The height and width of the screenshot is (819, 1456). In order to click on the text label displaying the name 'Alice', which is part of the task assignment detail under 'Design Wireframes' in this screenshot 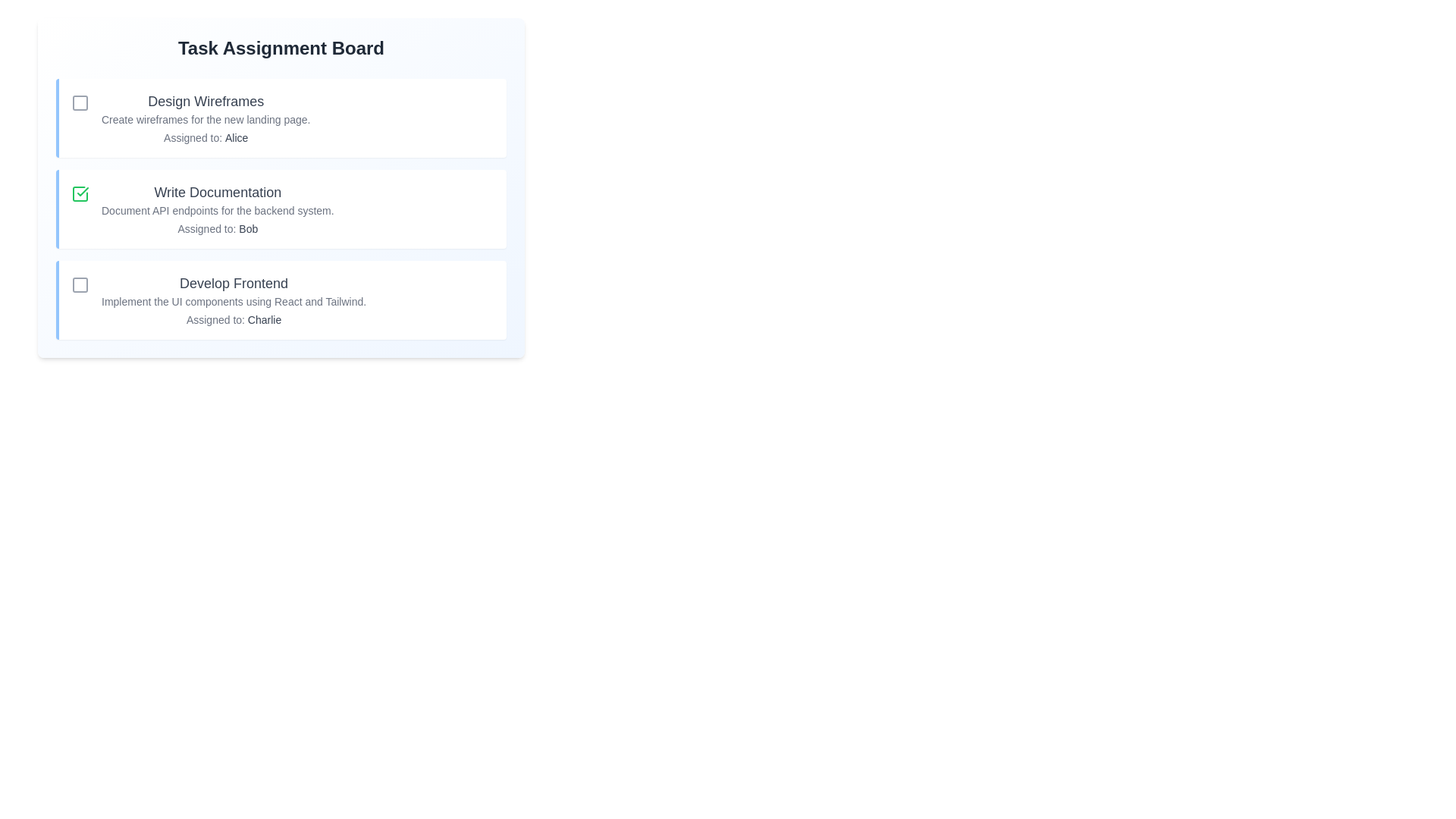, I will do `click(236, 137)`.